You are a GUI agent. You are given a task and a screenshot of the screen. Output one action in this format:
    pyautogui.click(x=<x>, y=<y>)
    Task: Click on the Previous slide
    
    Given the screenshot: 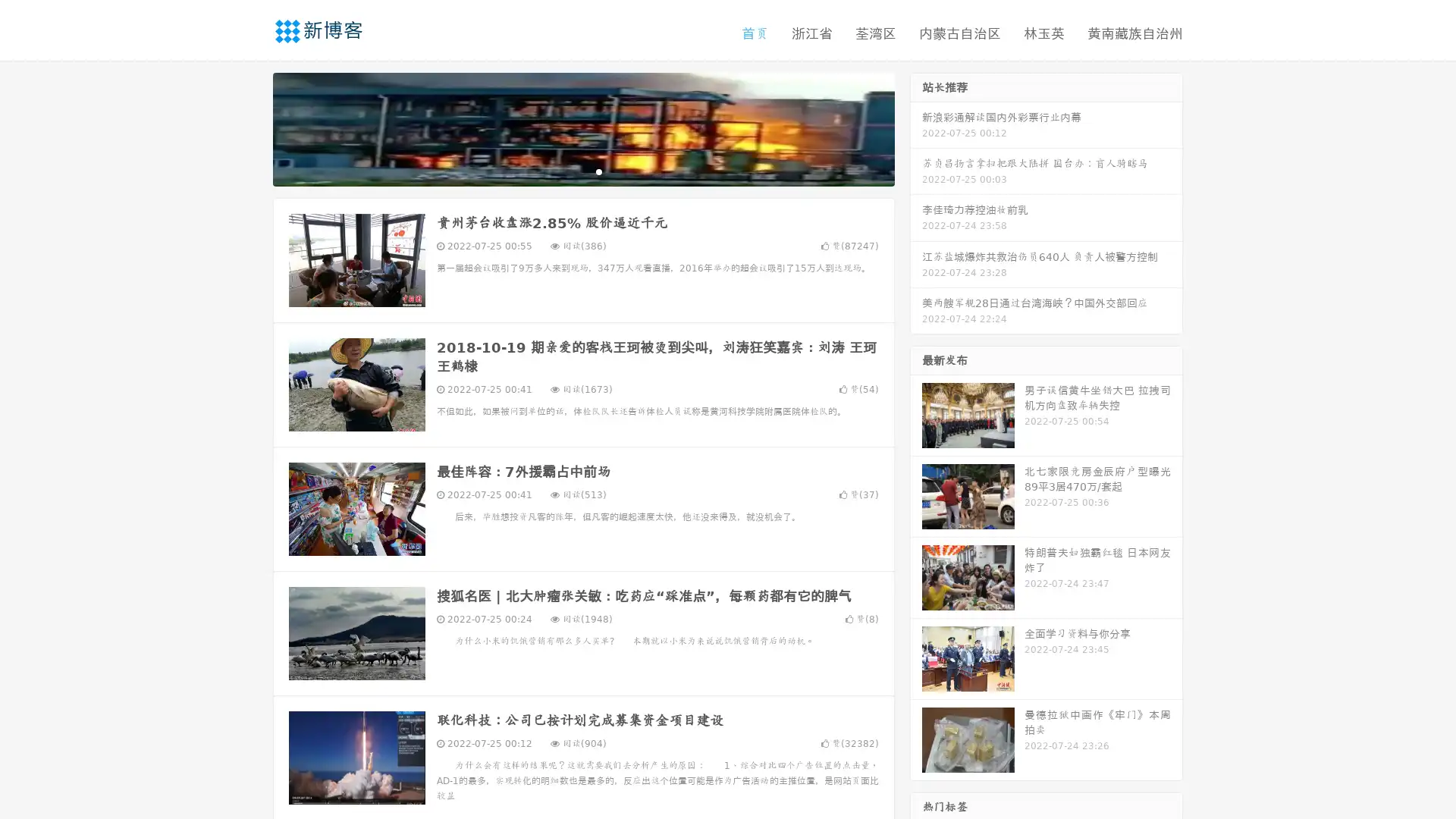 What is the action you would take?
    pyautogui.click(x=250, y=127)
    